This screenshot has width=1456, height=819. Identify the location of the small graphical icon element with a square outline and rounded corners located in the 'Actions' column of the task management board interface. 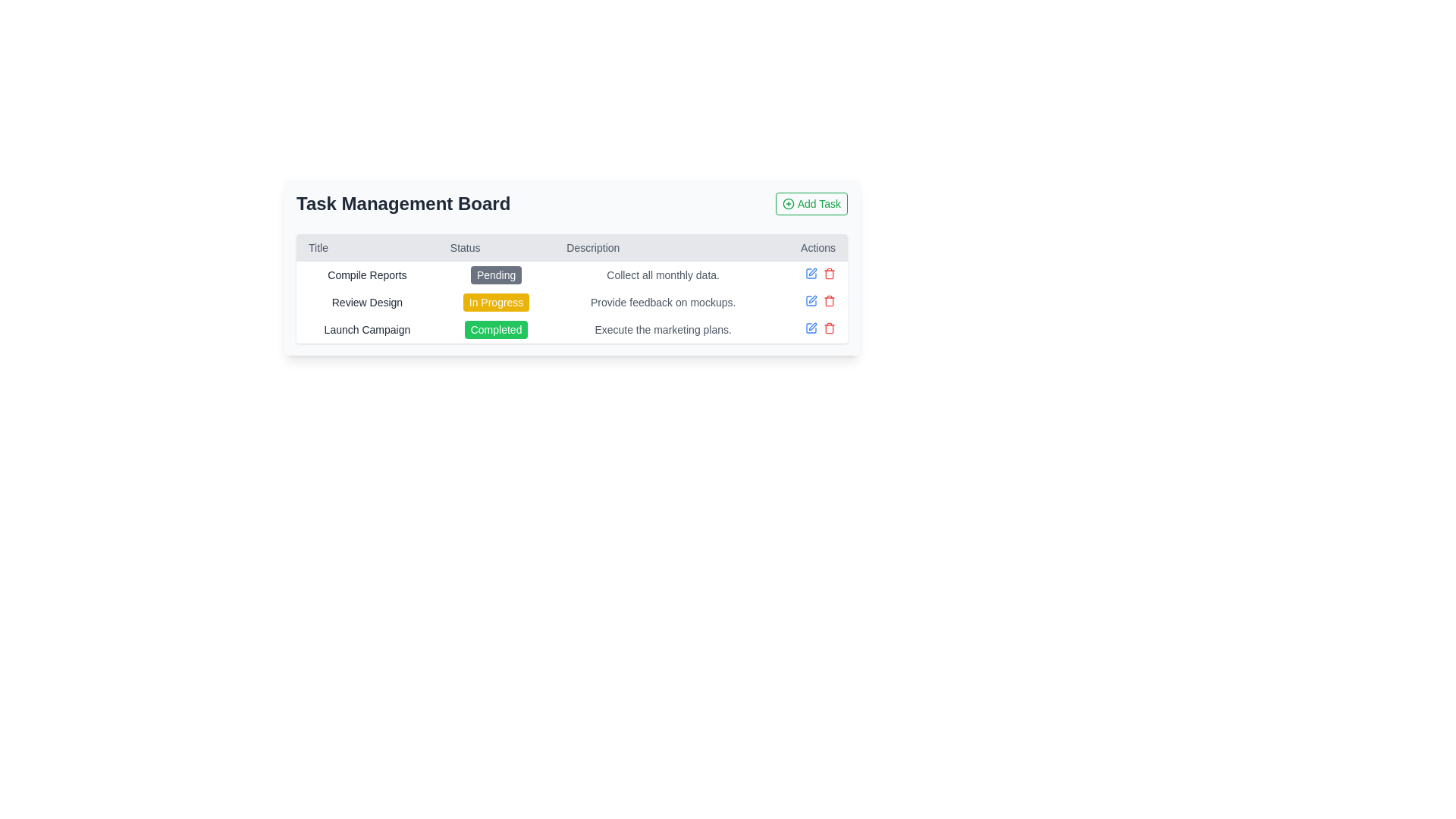
(811, 301).